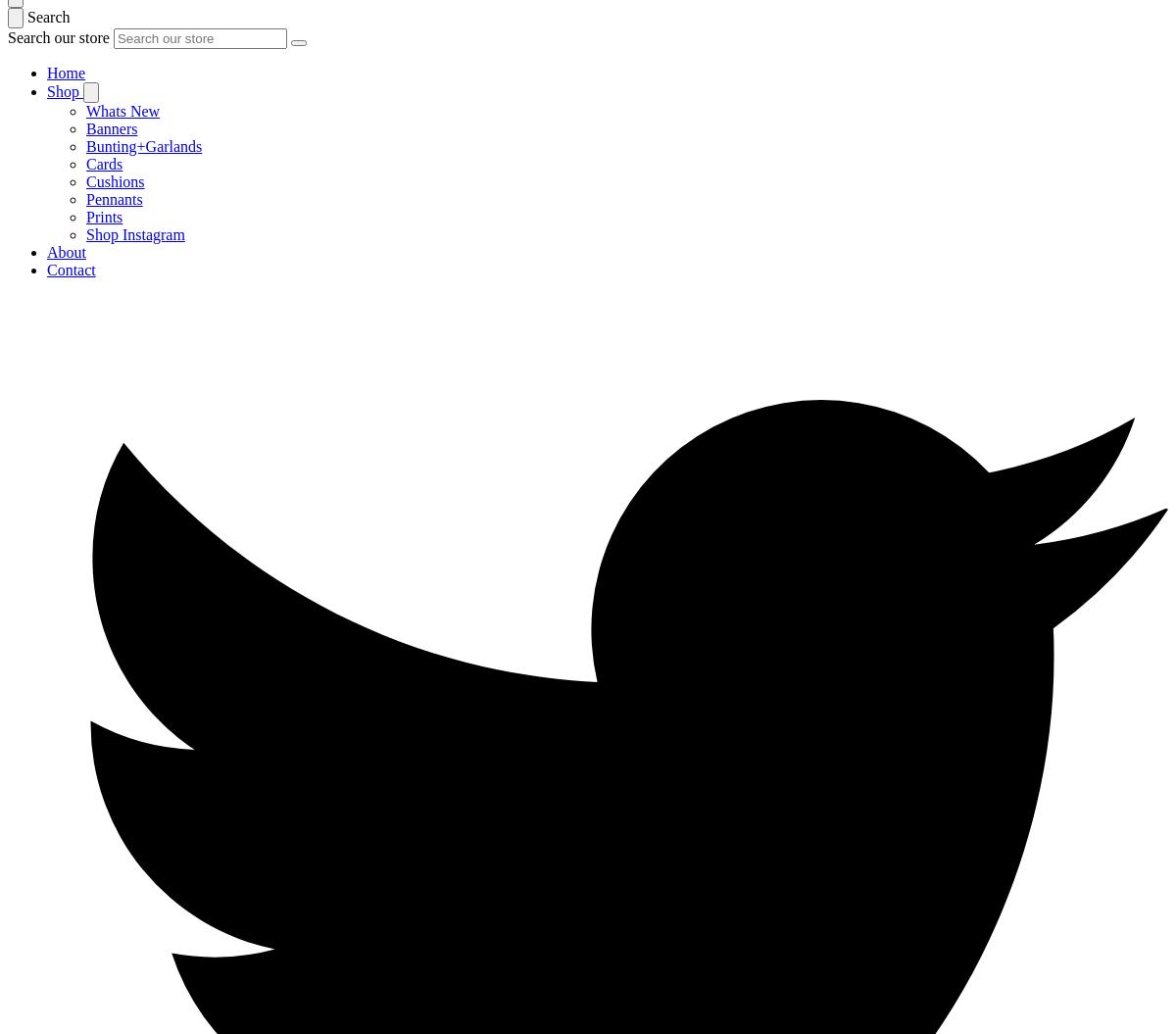 Image resolution: width=1176 pixels, height=1034 pixels. I want to click on 'Shop', so click(65, 90).